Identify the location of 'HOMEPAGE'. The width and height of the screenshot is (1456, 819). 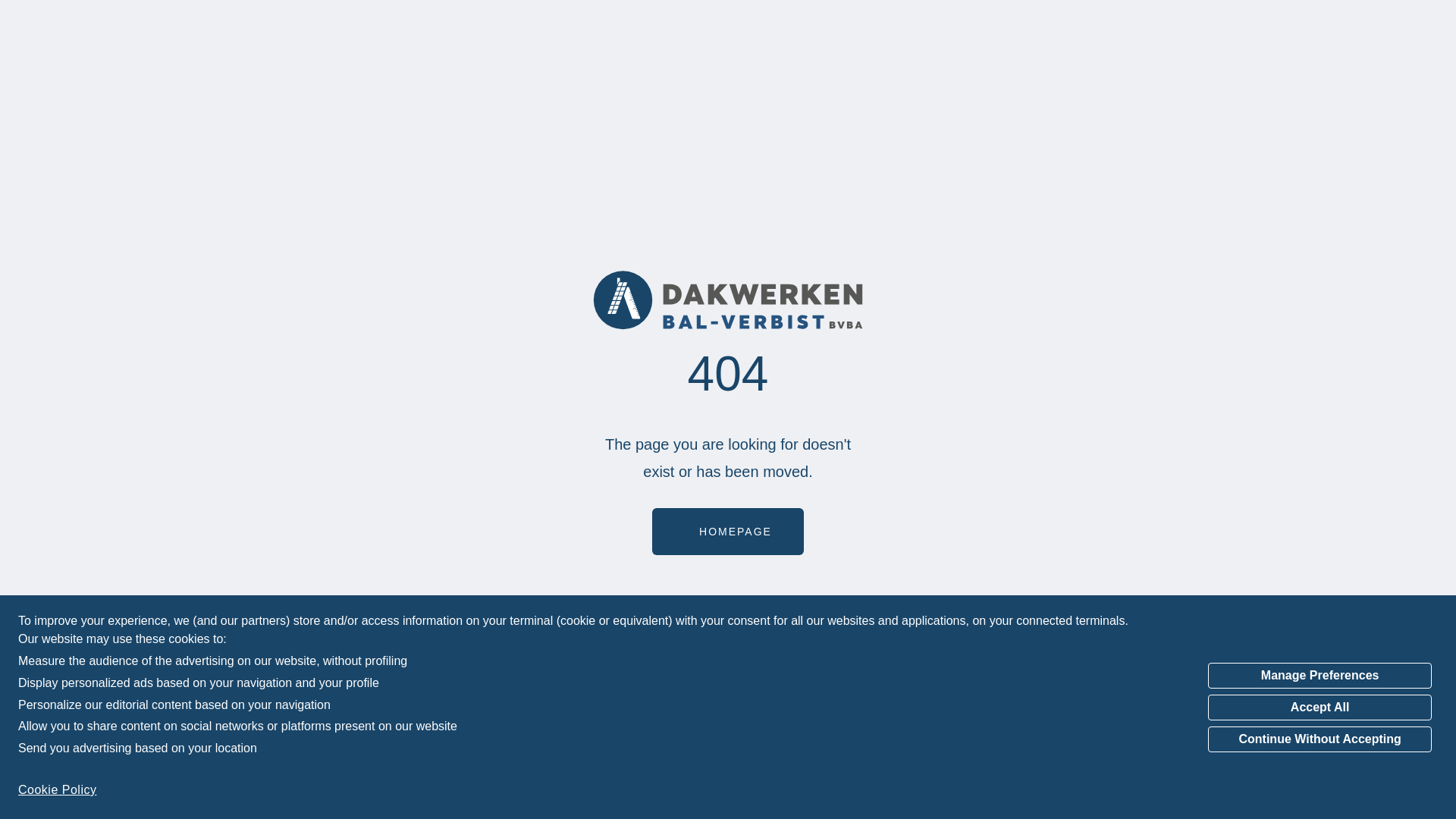
(728, 531).